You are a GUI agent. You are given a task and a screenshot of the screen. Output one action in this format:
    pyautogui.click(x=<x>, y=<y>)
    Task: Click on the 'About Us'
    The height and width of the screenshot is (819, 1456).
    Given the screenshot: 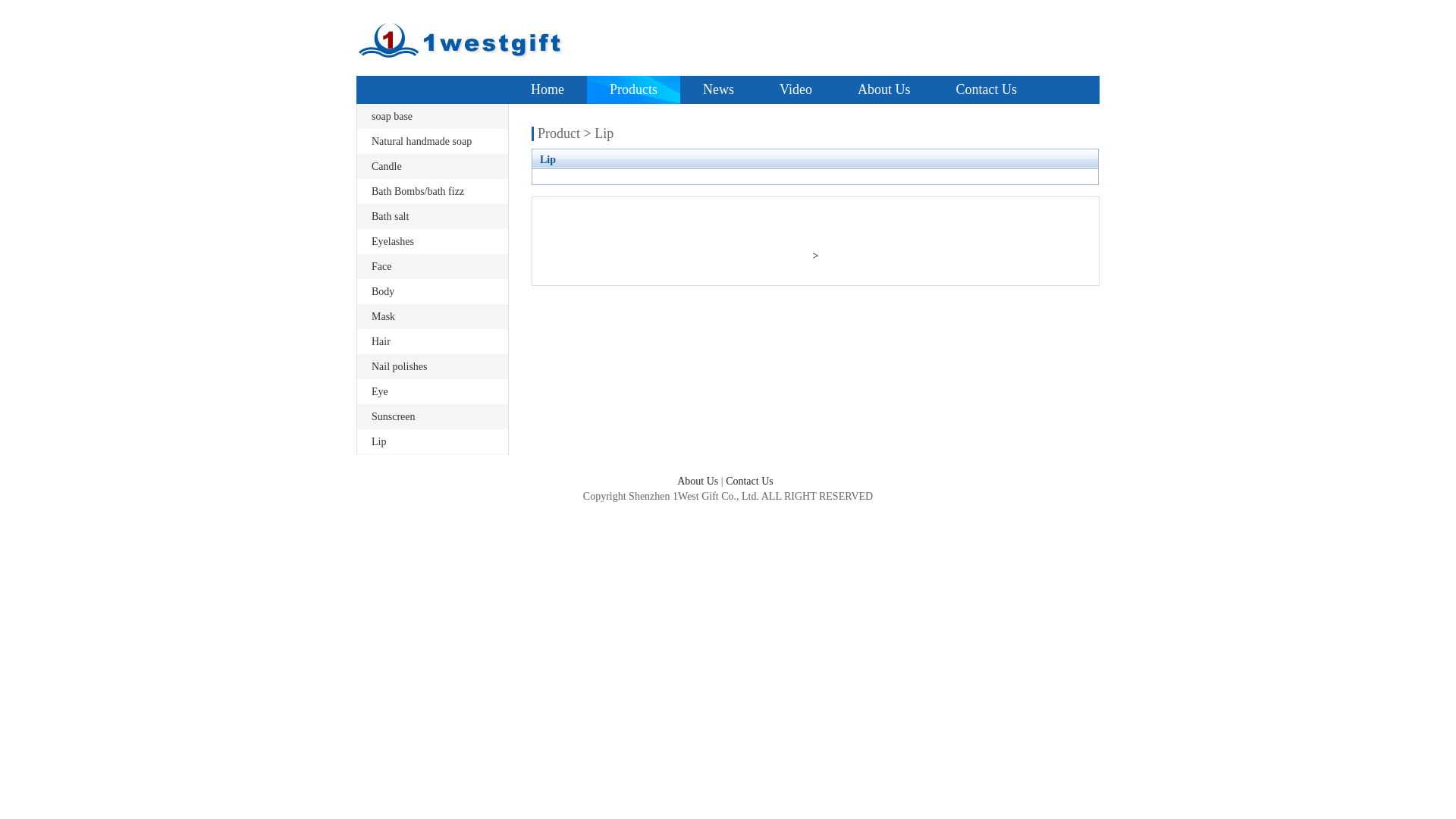 What is the action you would take?
    pyautogui.click(x=884, y=89)
    